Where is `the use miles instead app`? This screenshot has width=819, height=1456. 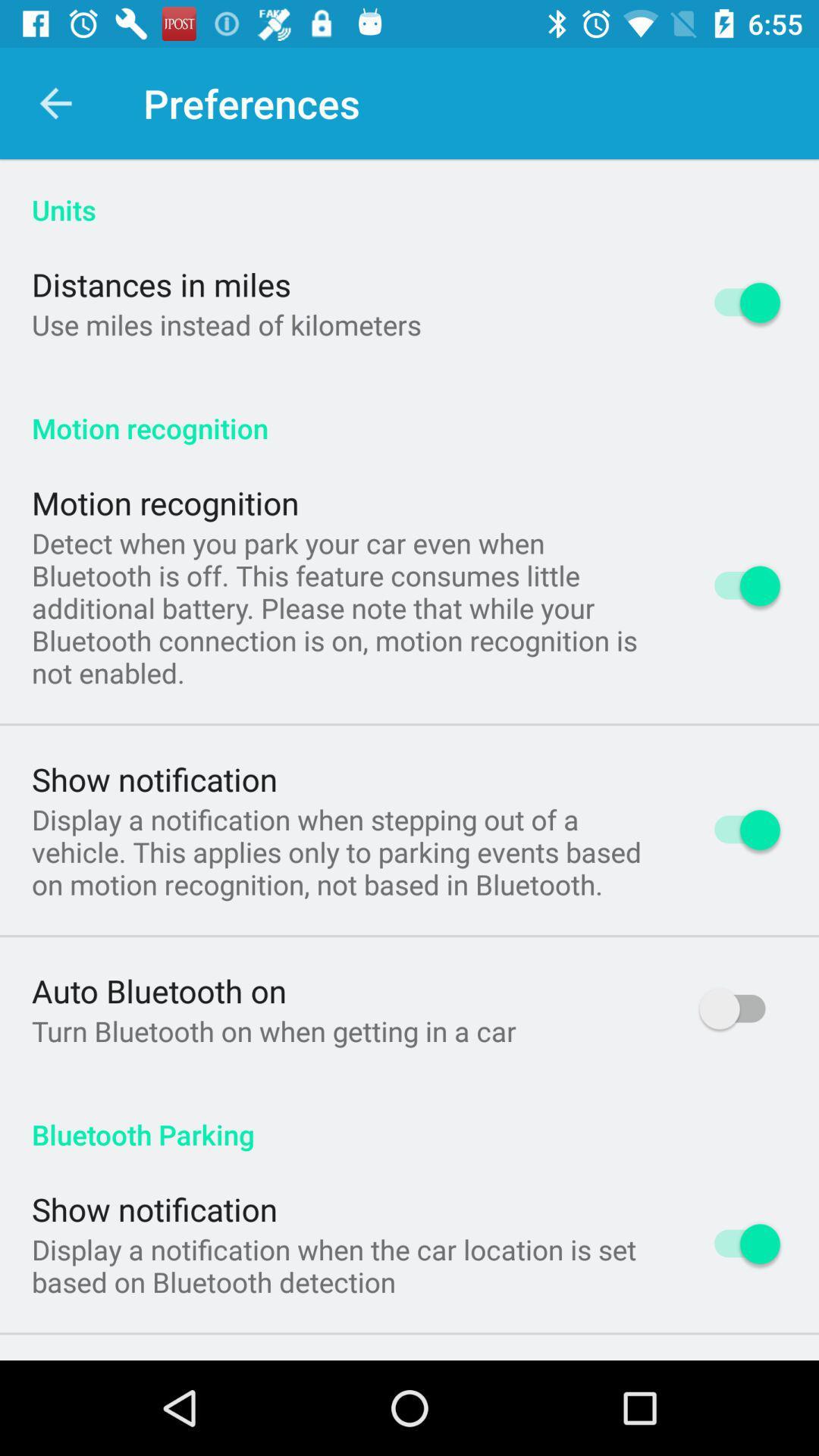 the use miles instead app is located at coordinates (226, 324).